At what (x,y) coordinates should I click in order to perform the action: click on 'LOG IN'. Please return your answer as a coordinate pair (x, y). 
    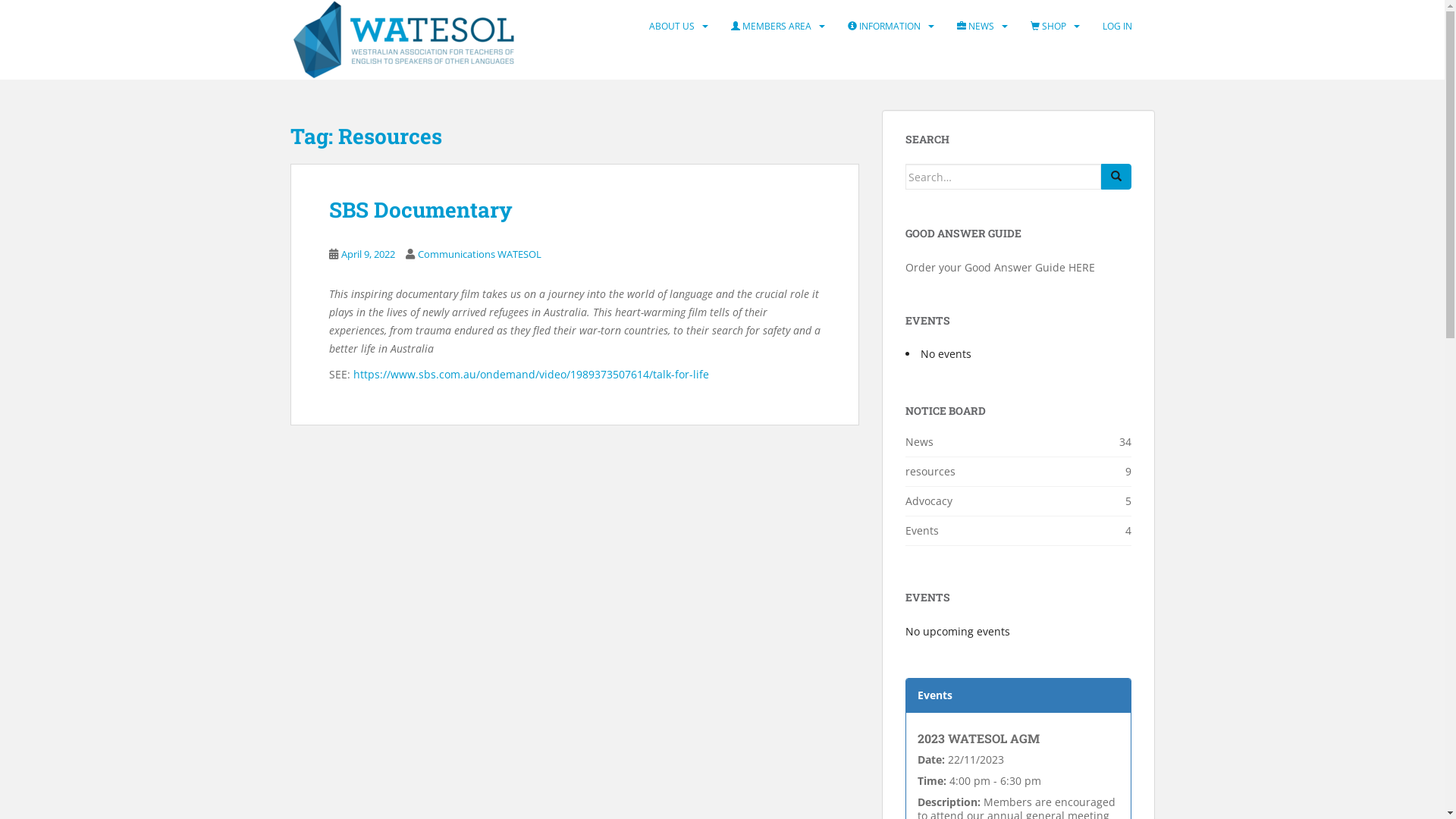
    Looking at the image, I should click on (1117, 26).